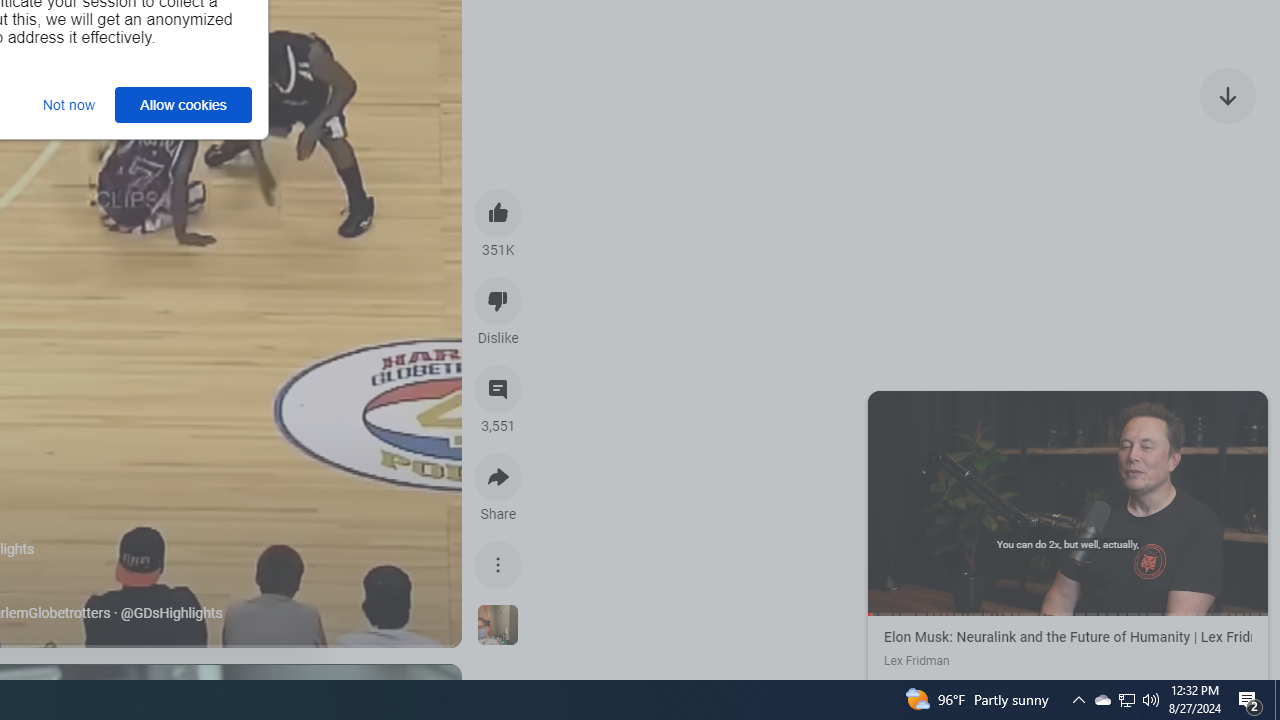 The width and height of the screenshot is (1280, 720). What do you see at coordinates (498, 477) in the screenshot?
I see `'Share'` at bounding box center [498, 477].